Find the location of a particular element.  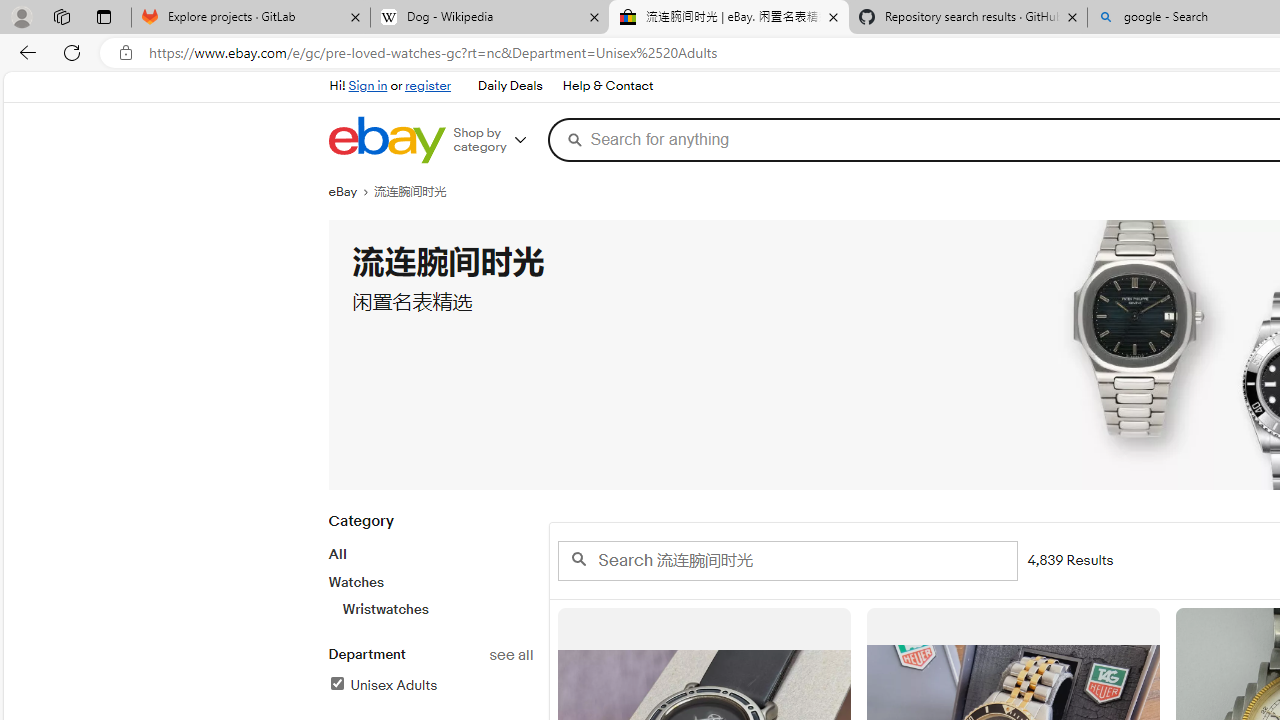

'Help & Contact' is located at coordinates (605, 85).